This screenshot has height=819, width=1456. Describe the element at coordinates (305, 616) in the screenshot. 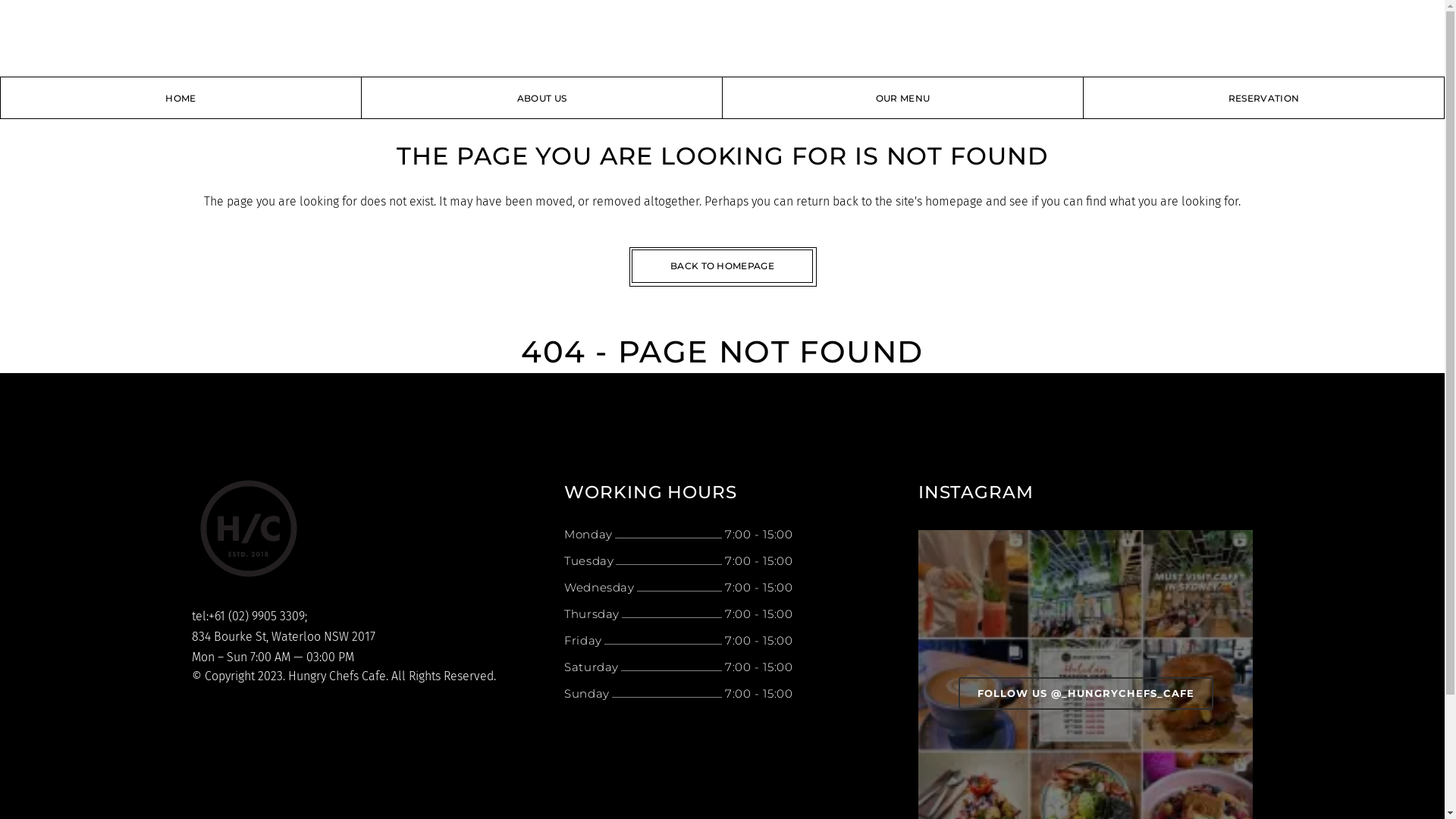

I see `';'` at that location.